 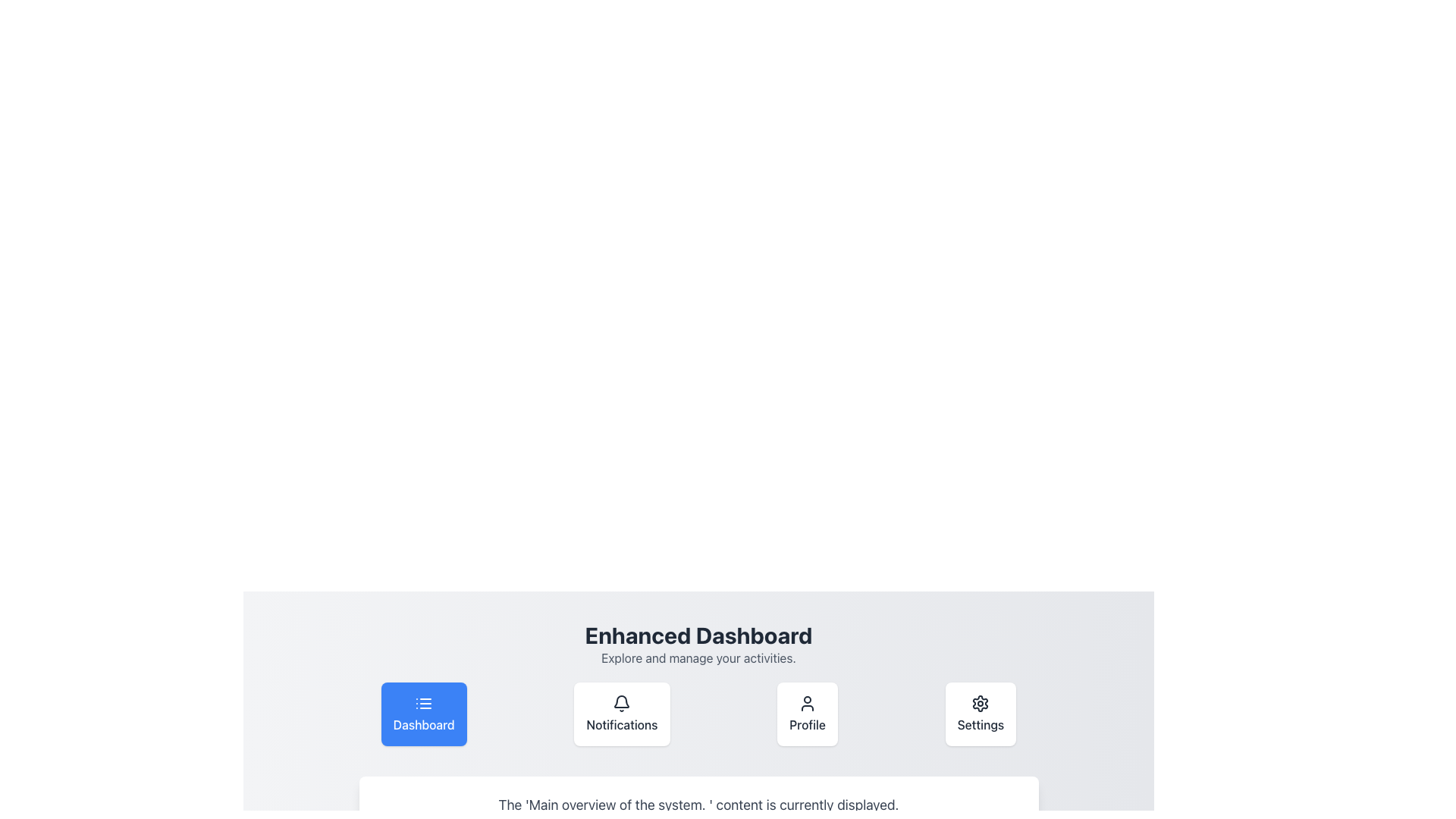 I want to click on the 'Settings' button with a black gear icon and a white background located at the bottom-right corner of the row, so click(x=981, y=714).